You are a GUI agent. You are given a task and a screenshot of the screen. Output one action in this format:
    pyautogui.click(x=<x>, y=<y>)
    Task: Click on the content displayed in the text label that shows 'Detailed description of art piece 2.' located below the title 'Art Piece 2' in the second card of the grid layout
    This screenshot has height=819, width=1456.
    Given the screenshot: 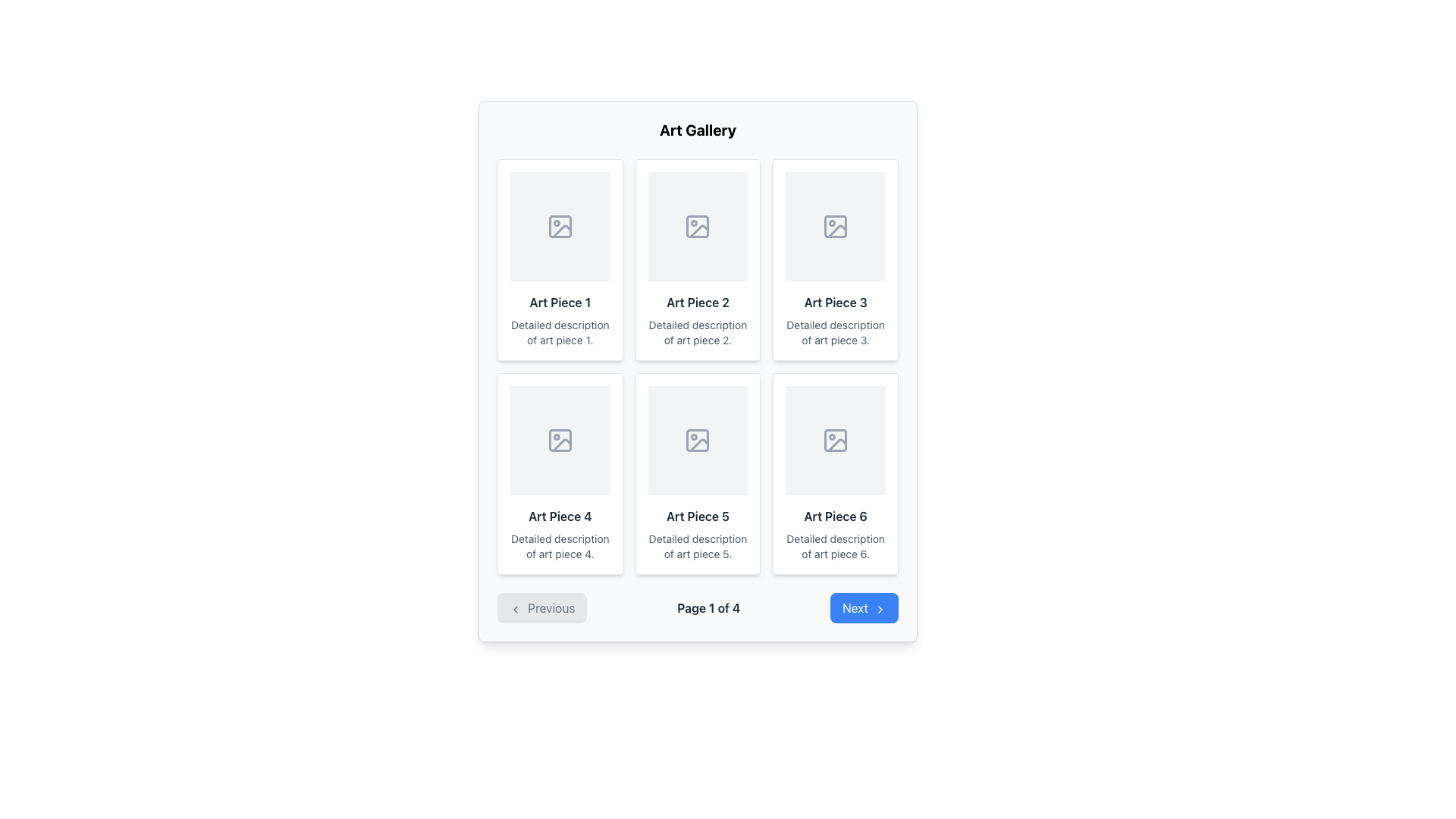 What is the action you would take?
    pyautogui.click(x=697, y=332)
    